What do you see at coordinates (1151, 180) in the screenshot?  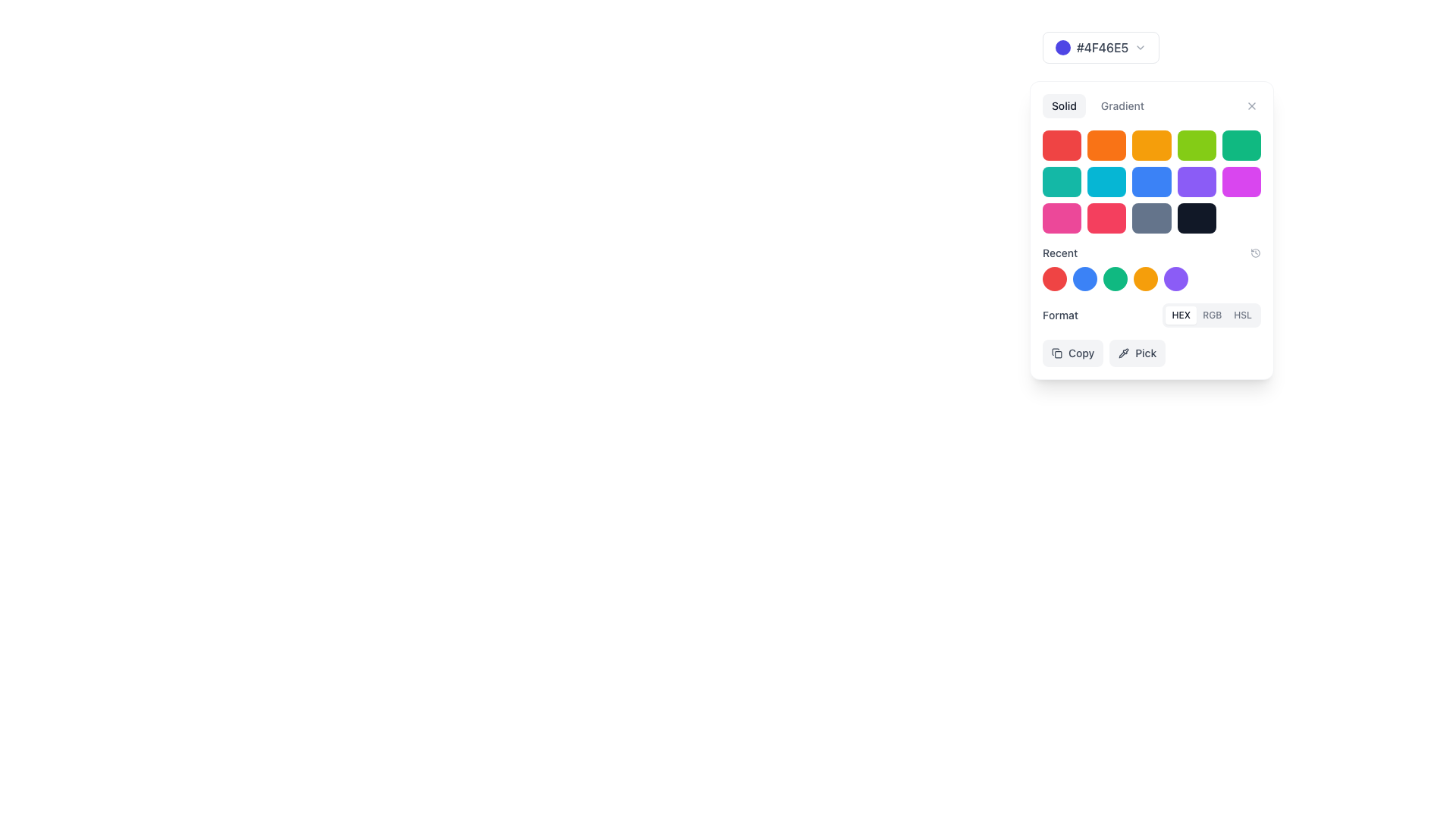 I see `the clickable button located in the third column of the second row within the grid layout` at bounding box center [1151, 180].